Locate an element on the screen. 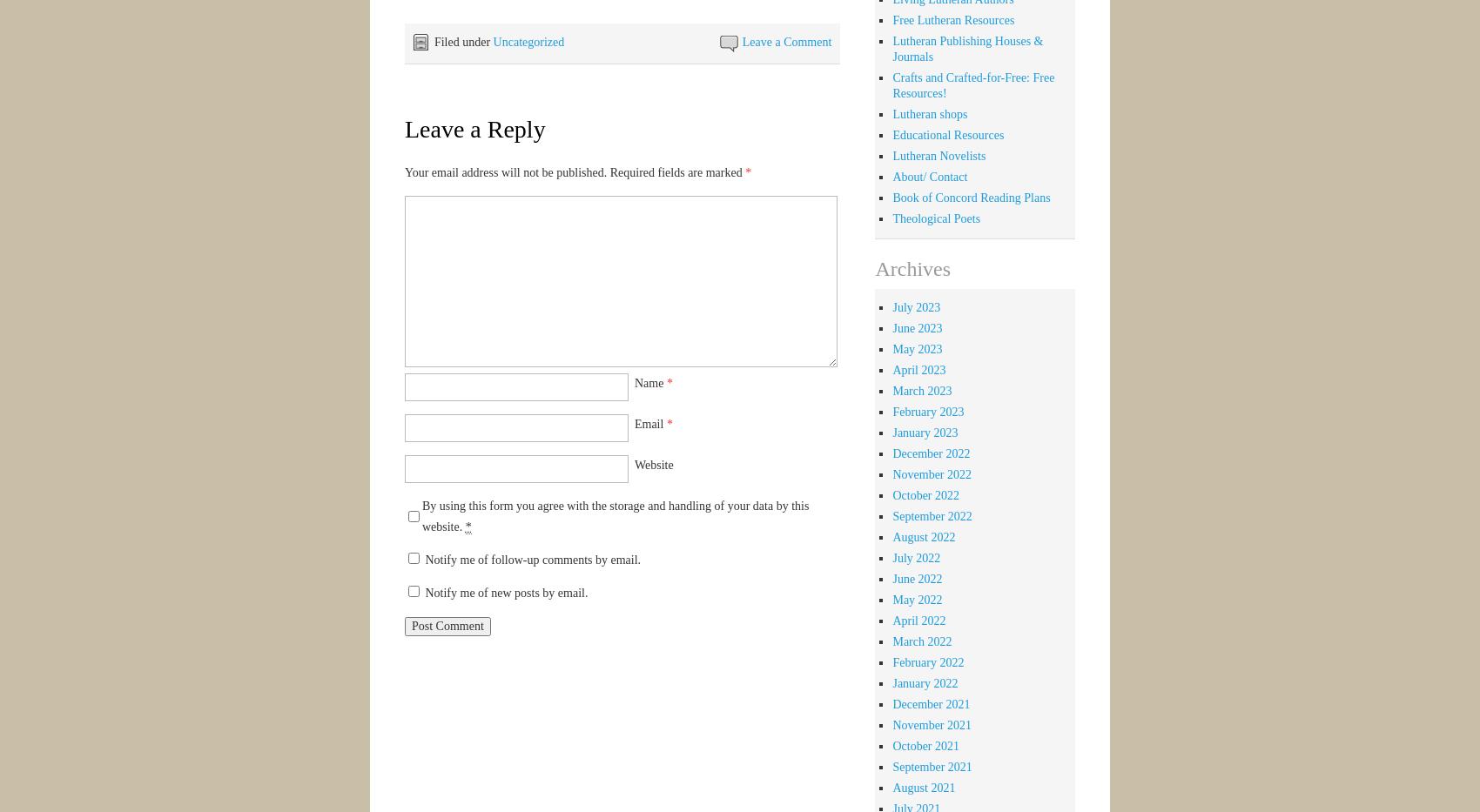  'Educational Resources' is located at coordinates (948, 133).